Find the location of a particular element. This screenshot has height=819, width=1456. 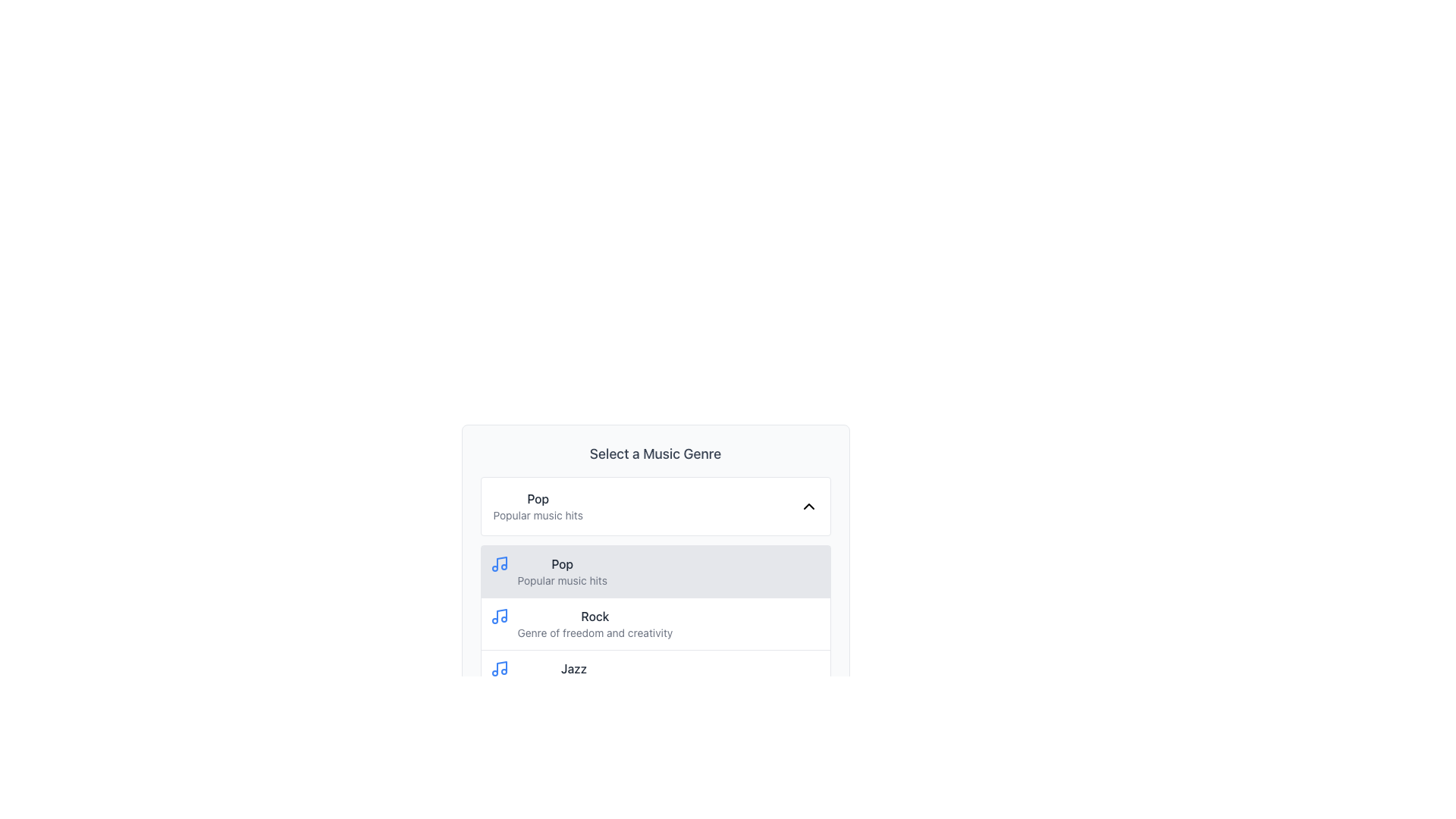

the List item displaying 'Rock' with the subtitle 'Genre of freedom and creativity' is located at coordinates (594, 623).